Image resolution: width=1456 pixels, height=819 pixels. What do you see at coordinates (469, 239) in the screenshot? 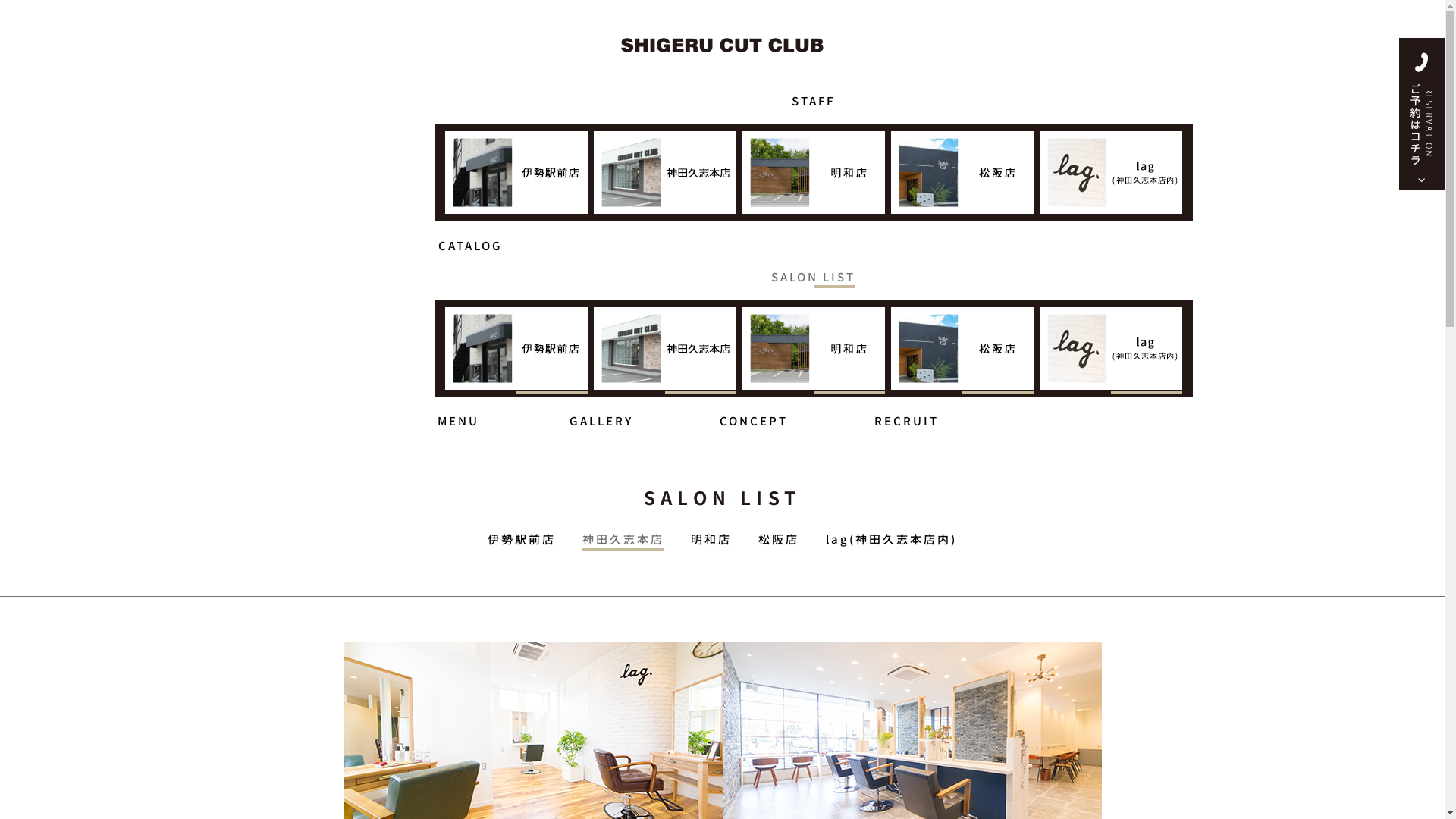
I see `'CATALOG'` at bounding box center [469, 239].